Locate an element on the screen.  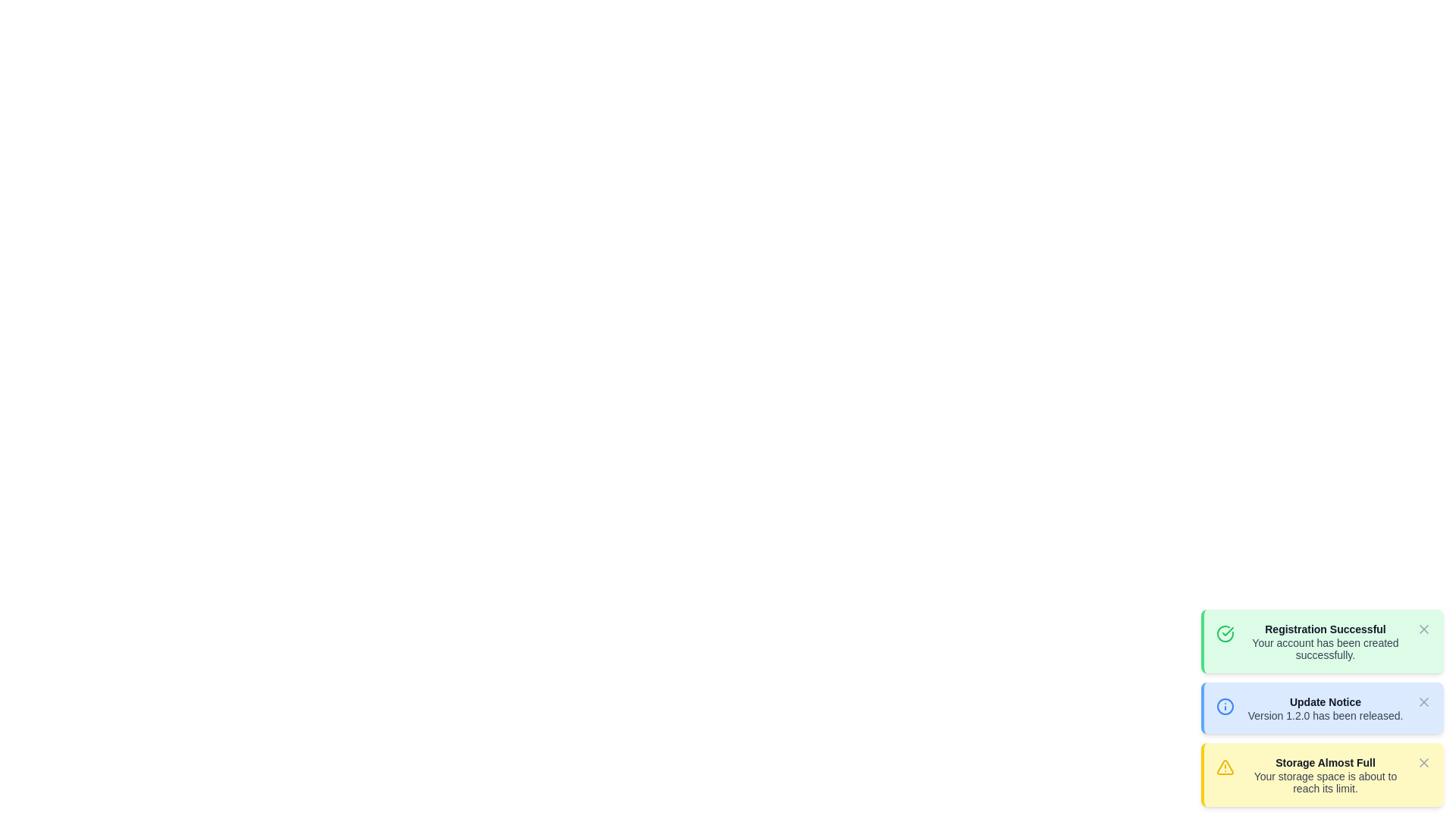
the text label stating 'Version 1.2.0 has been released.' which is styled in a smaller font size with gray coloring, located beneath the 'Update Notice' in a notification card with a blue background is located at coordinates (1324, 716).